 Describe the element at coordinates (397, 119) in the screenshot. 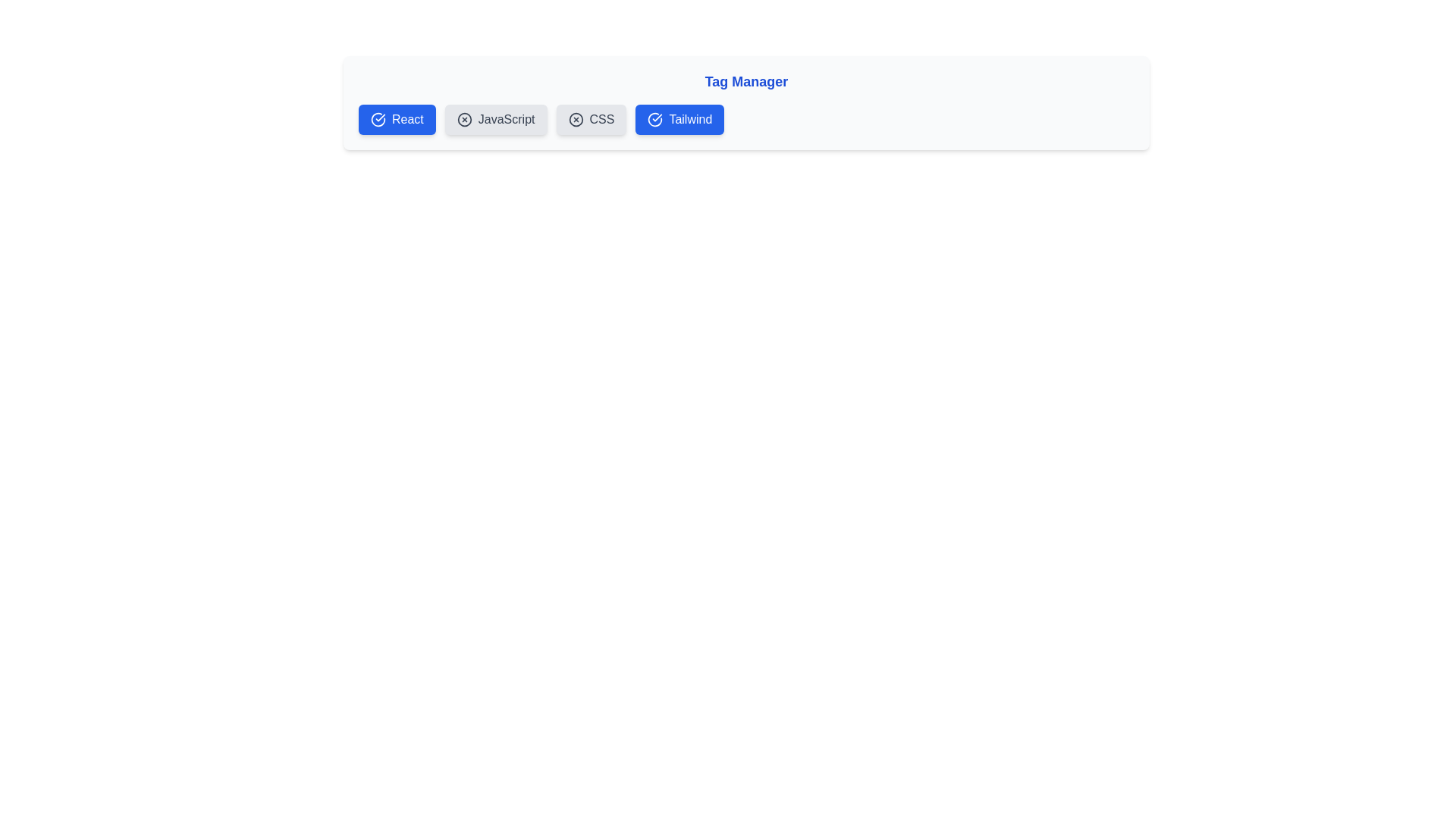

I see `the tag labeled React to observe hover effects` at that location.